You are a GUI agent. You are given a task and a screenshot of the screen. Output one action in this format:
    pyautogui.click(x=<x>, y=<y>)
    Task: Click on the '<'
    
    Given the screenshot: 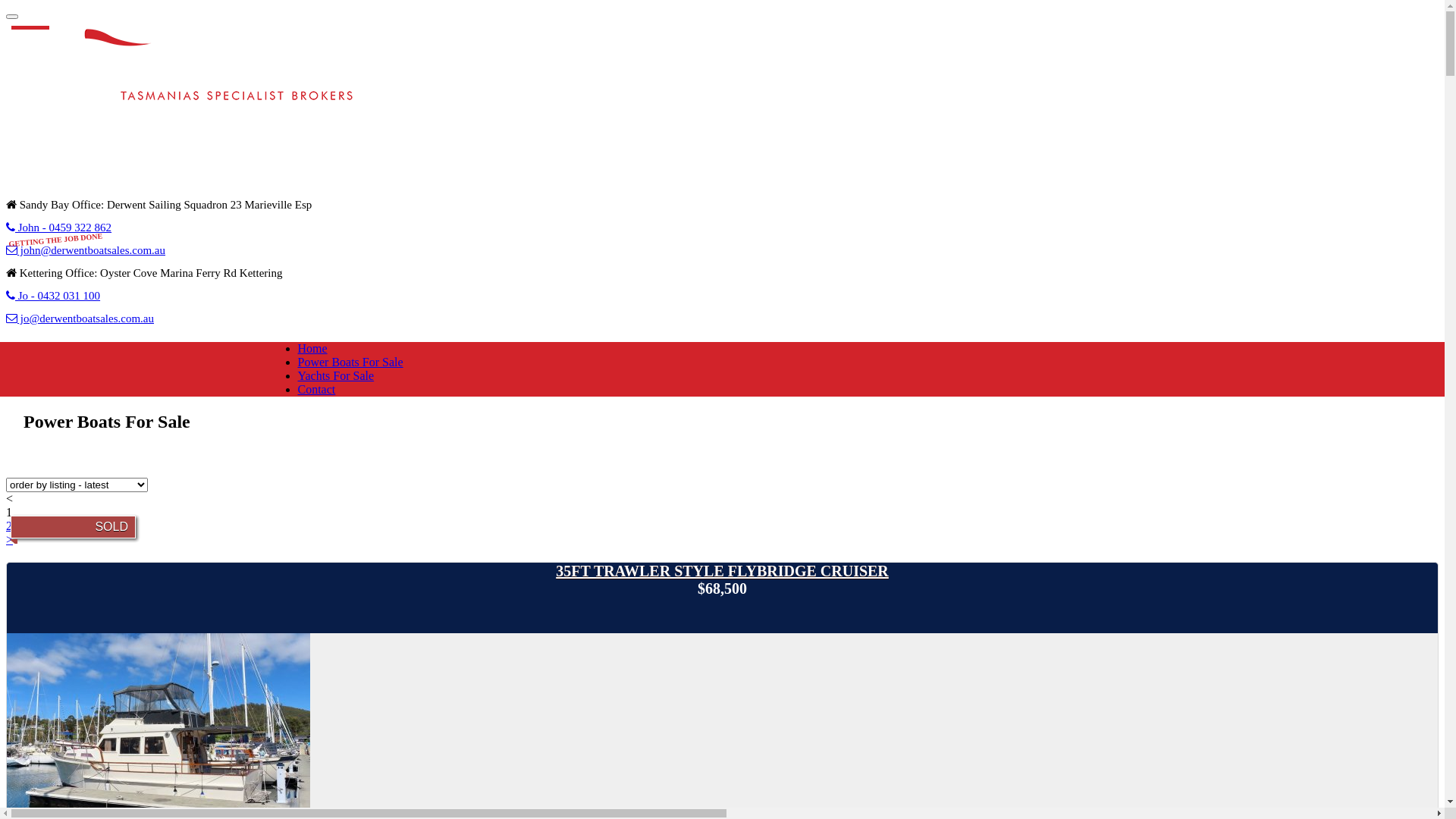 What is the action you would take?
    pyautogui.click(x=6, y=498)
    